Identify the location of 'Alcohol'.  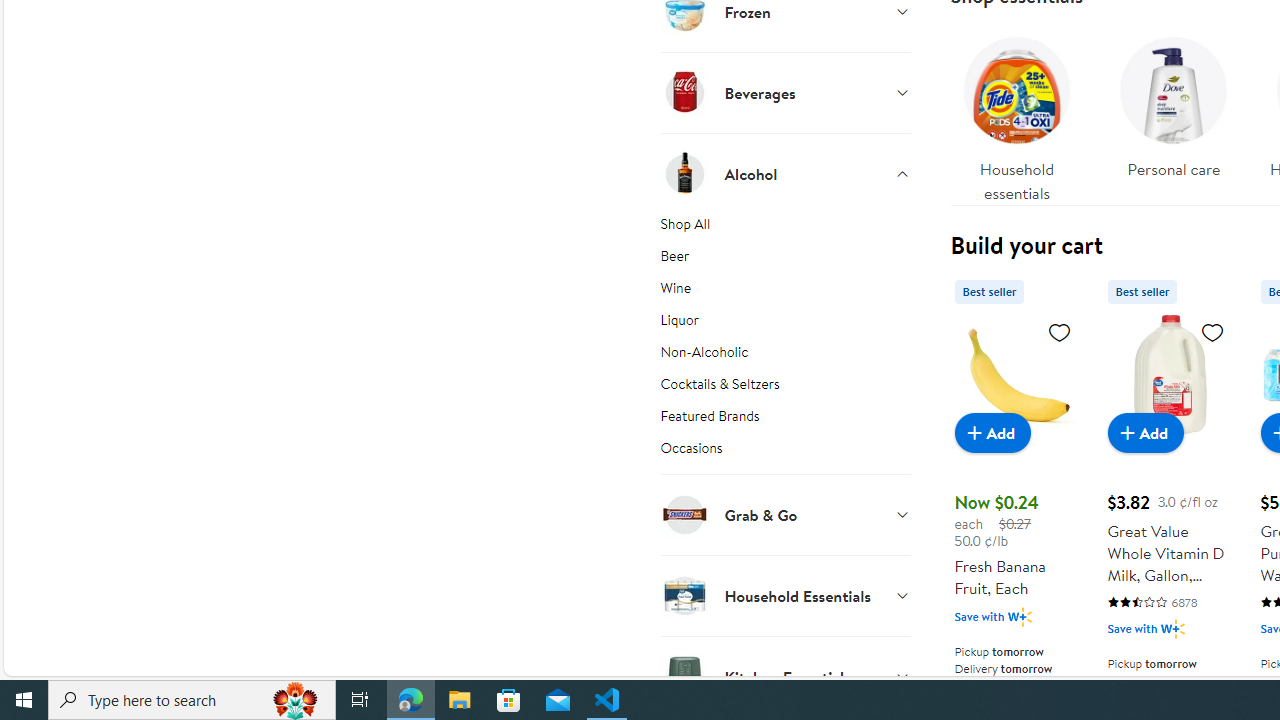
(784, 172).